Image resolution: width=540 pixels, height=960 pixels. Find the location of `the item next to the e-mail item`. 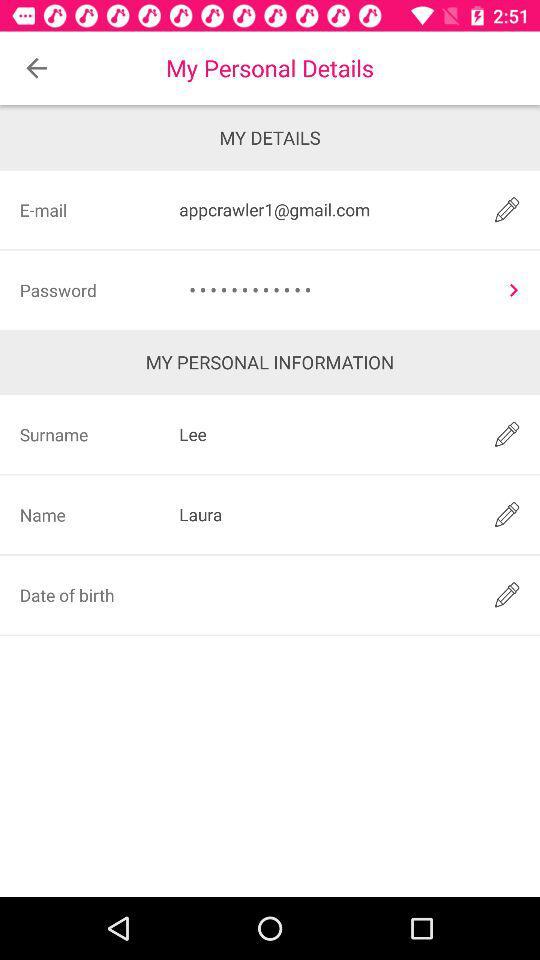

the item next to the e-mail item is located at coordinates (323, 209).